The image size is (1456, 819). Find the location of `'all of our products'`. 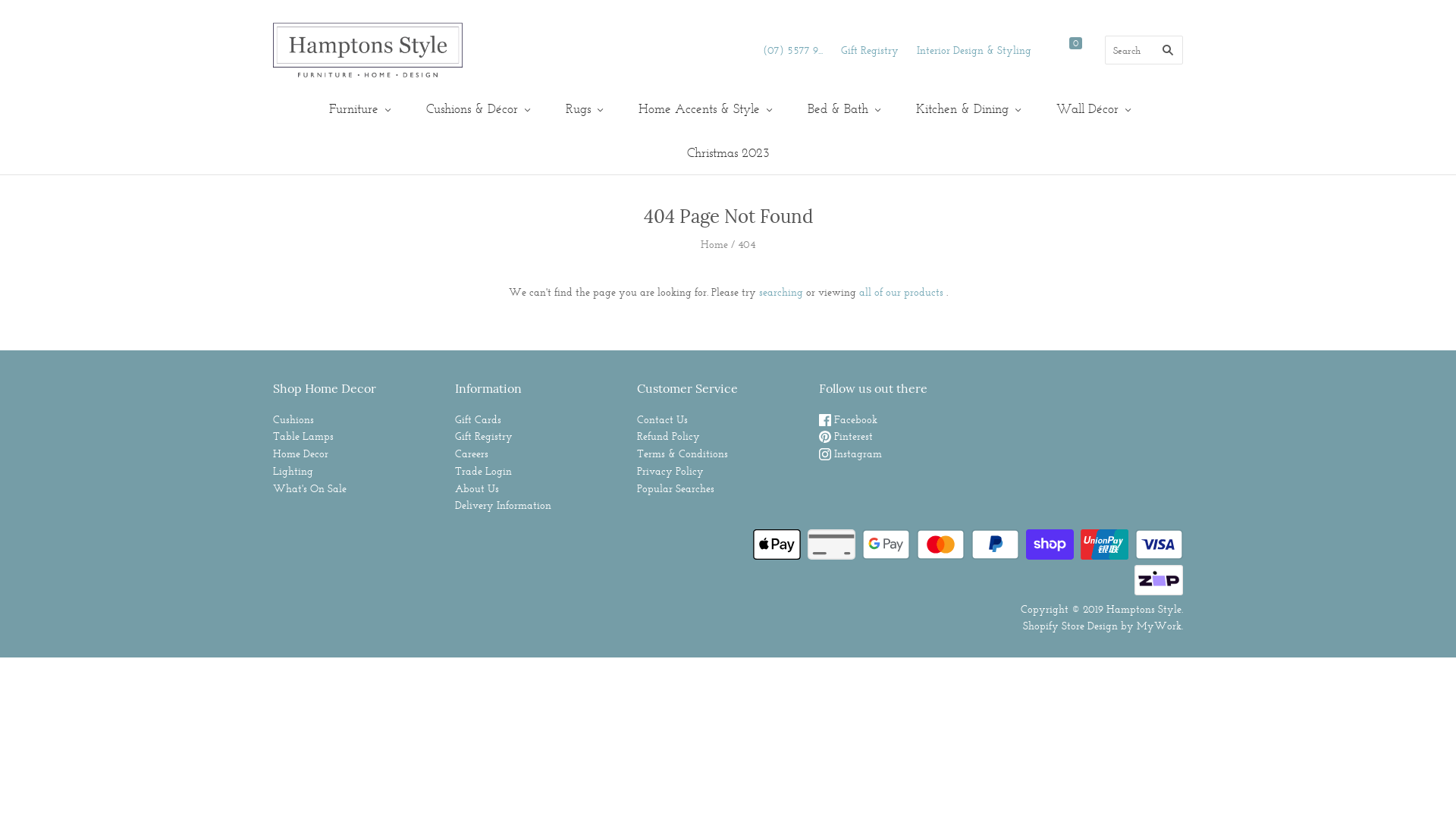

'all of our products' is located at coordinates (900, 292).